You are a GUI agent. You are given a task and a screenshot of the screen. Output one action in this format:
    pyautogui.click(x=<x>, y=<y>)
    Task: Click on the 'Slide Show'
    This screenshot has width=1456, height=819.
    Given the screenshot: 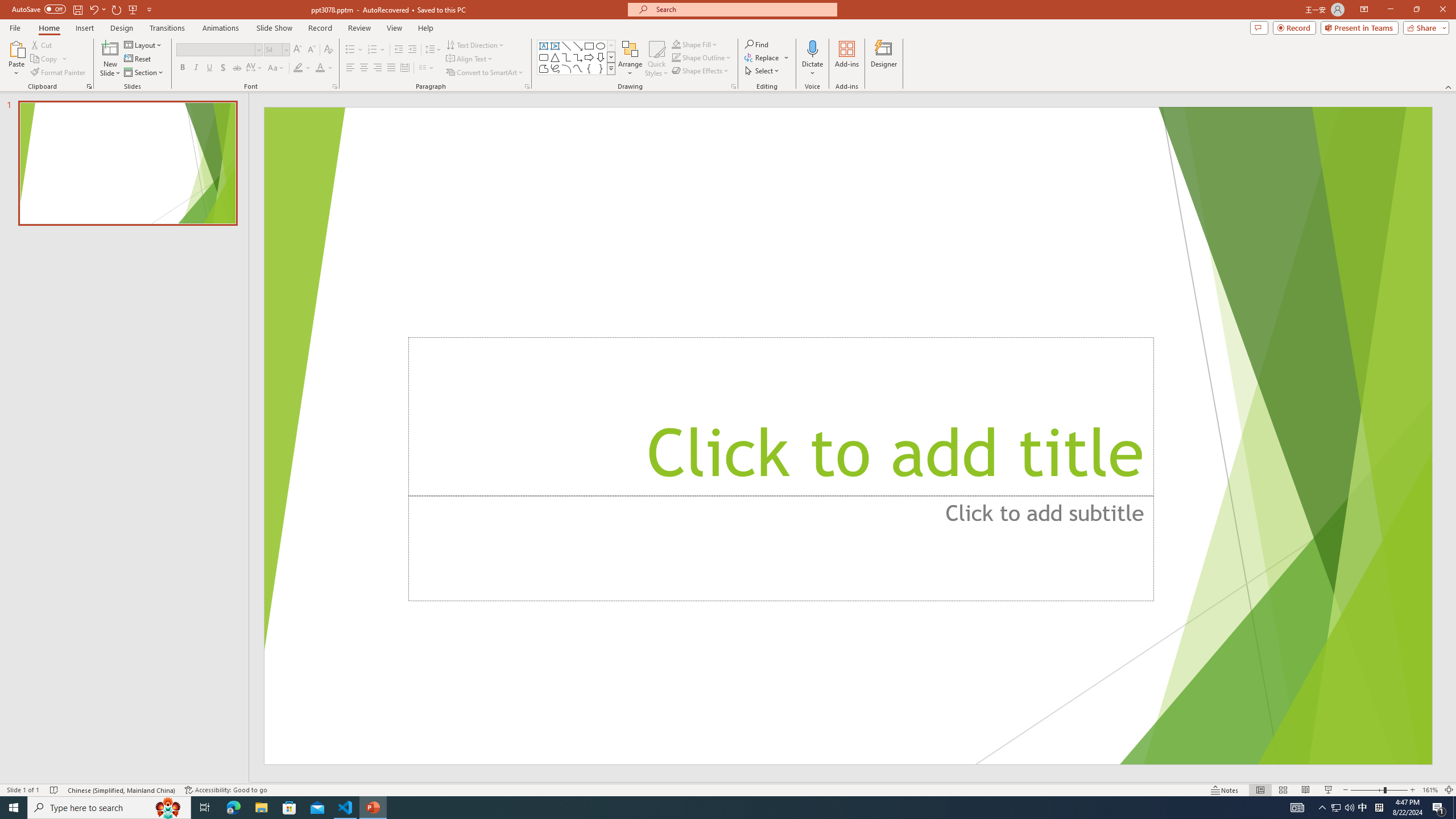 What is the action you would take?
    pyautogui.click(x=274, y=28)
    